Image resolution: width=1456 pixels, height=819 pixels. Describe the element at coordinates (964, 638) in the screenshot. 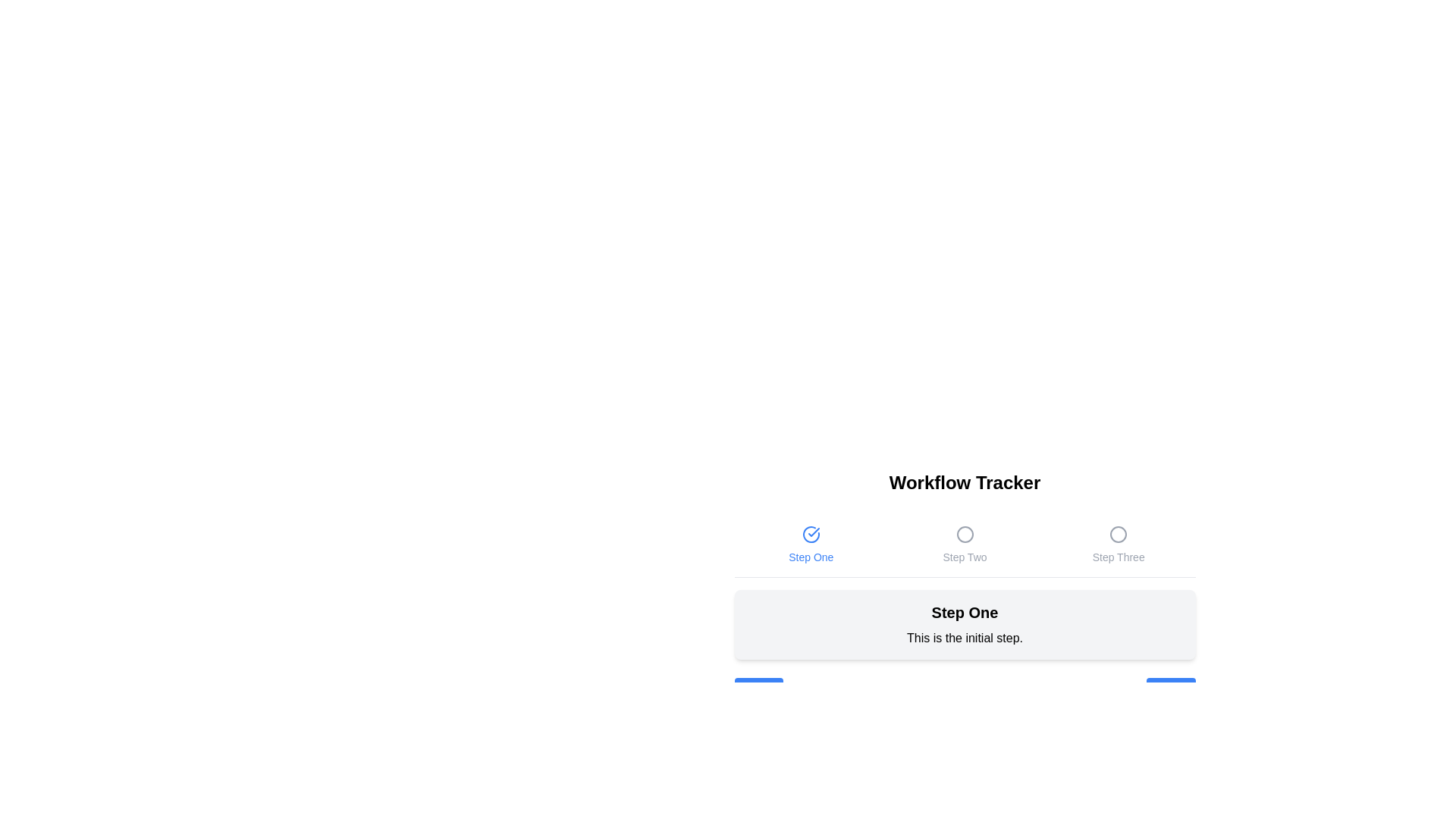

I see `the text element that contains 'This is the initial step.', which is styled in a standard font and located within a light gray rounded box at the bottom of the display` at that location.